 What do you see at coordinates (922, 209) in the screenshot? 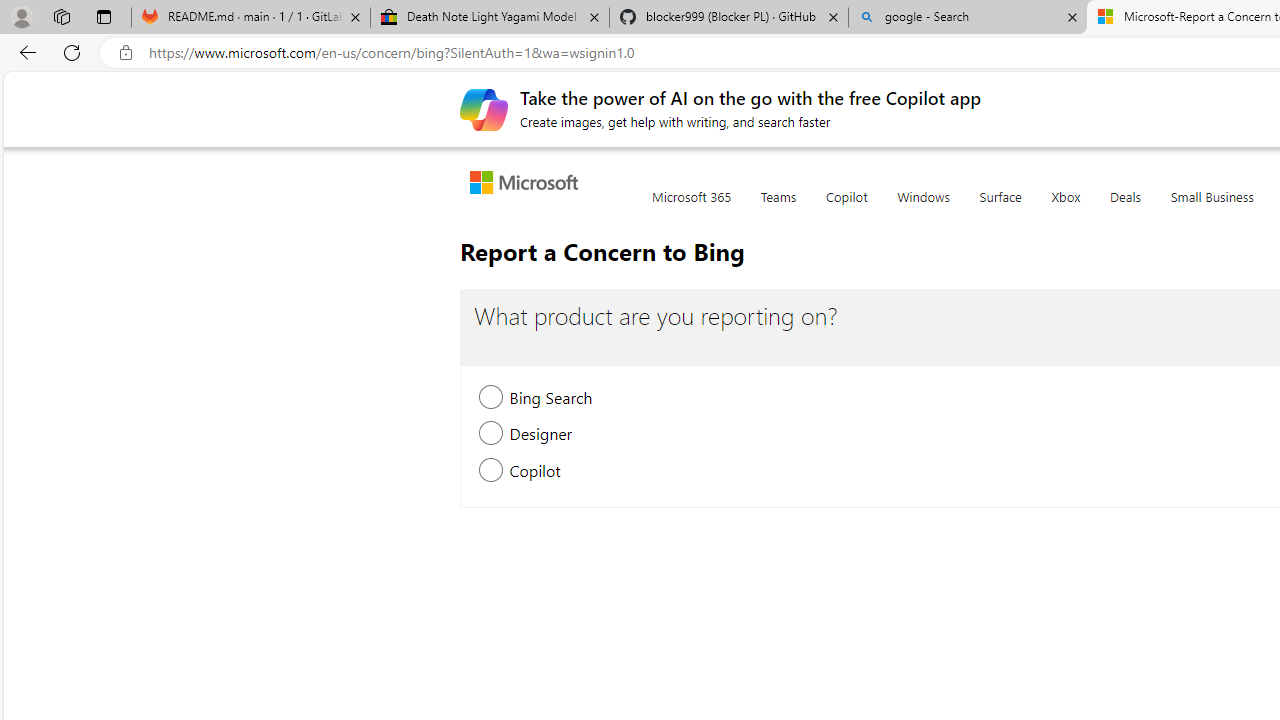
I see `'Windows'` at bounding box center [922, 209].